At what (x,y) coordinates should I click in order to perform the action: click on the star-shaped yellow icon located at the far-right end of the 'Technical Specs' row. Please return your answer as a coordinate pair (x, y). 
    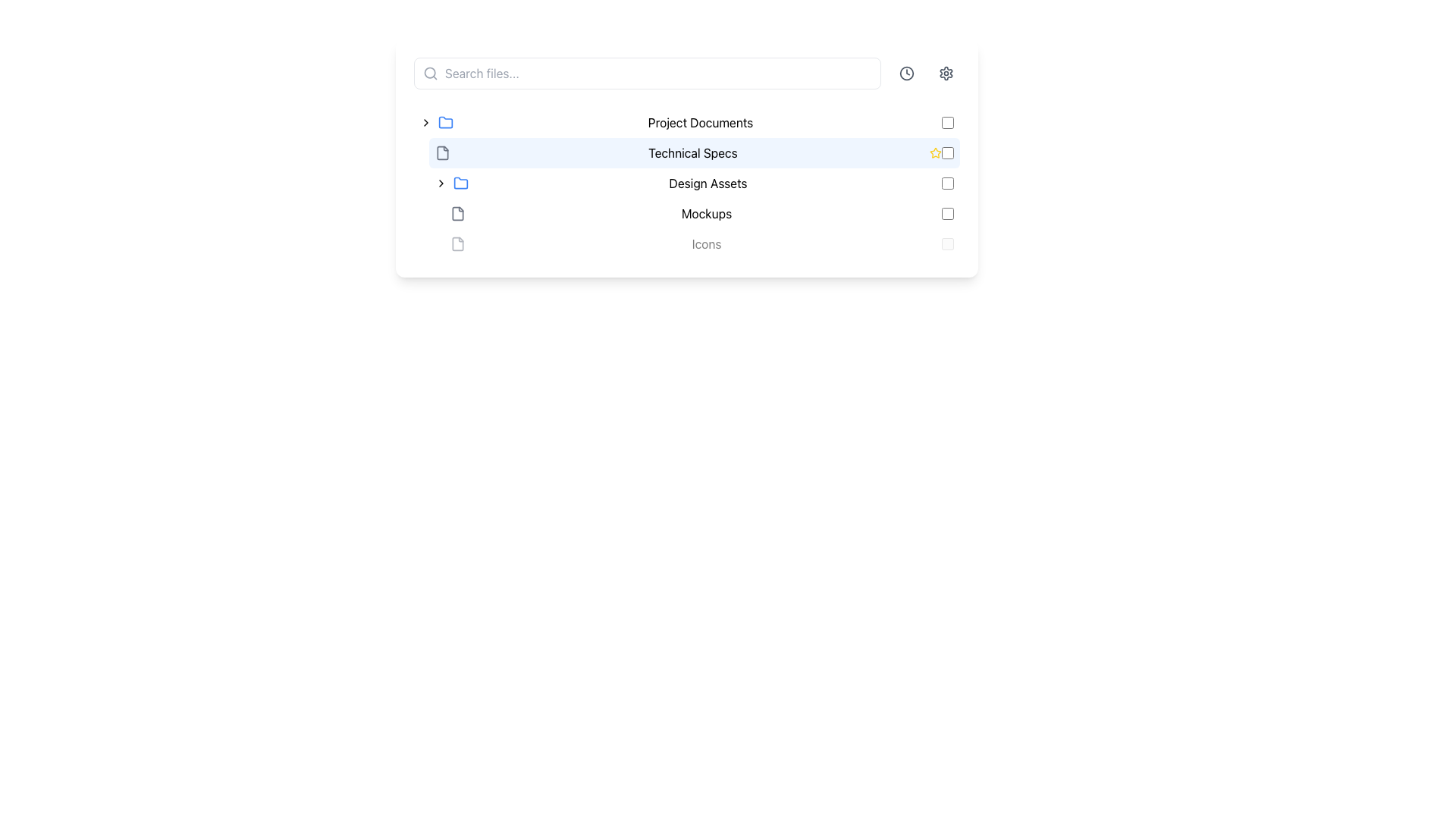
    Looking at the image, I should click on (934, 152).